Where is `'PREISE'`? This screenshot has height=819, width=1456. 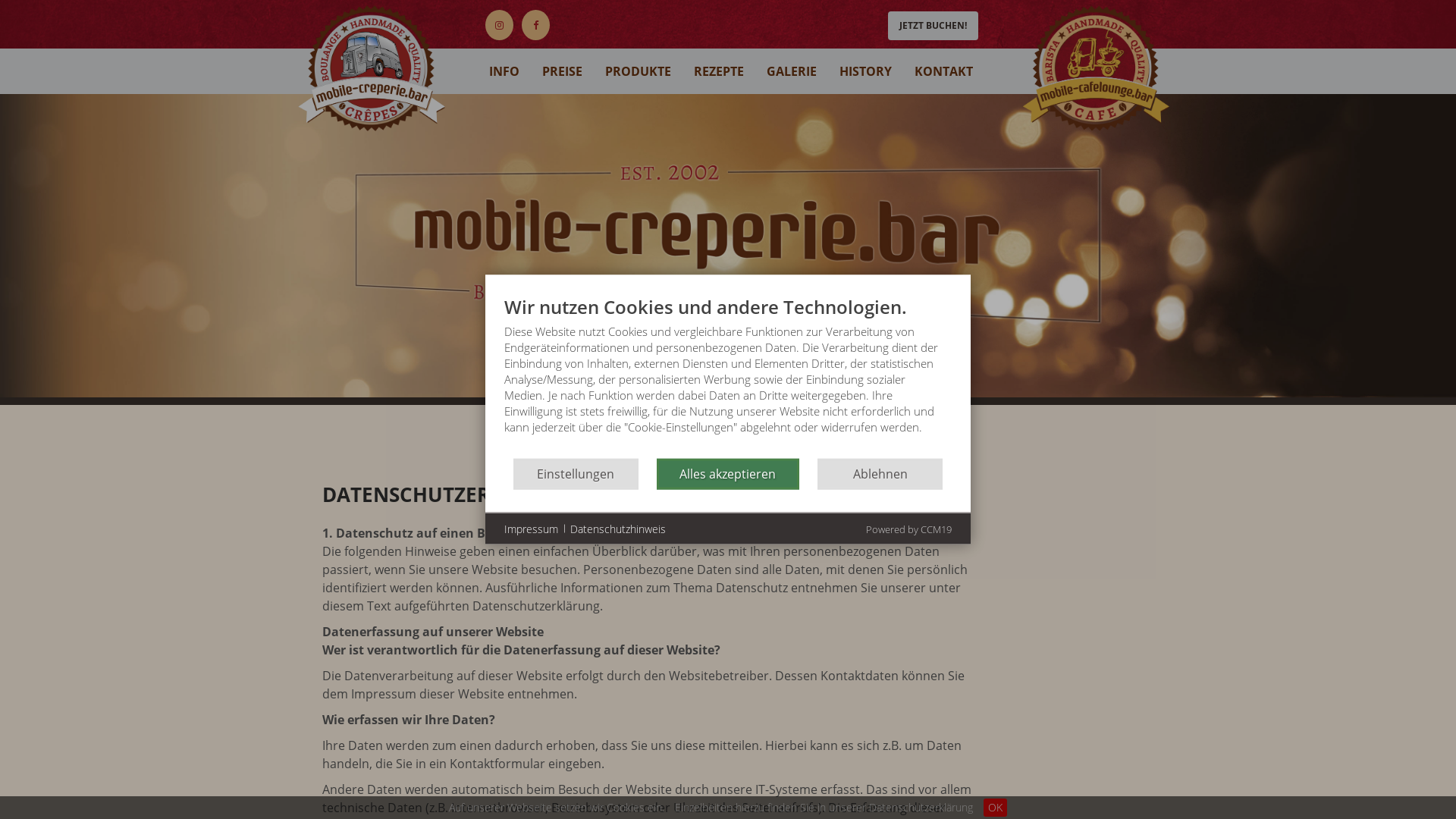
'PREISE' is located at coordinates (561, 71).